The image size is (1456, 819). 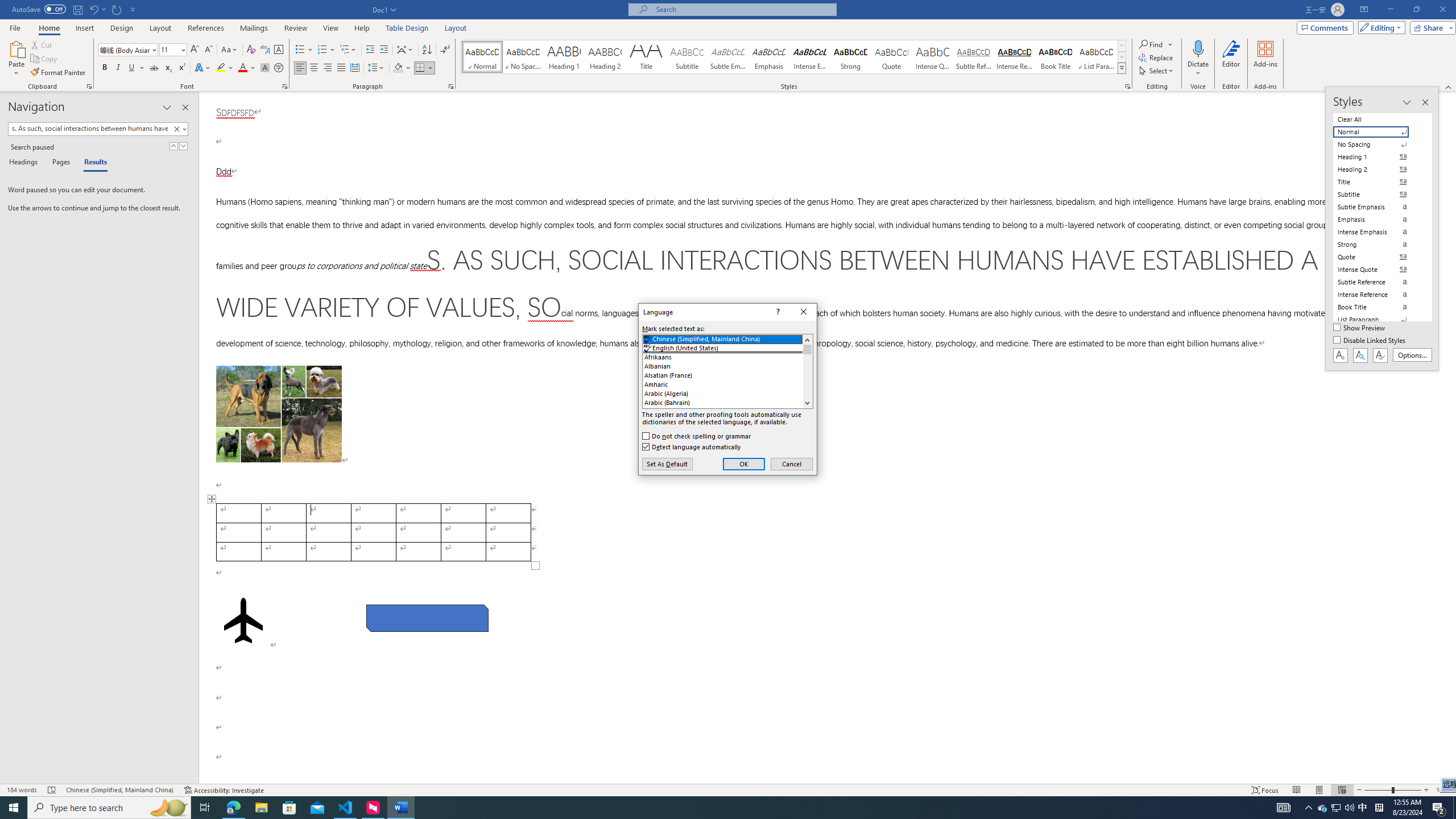 What do you see at coordinates (117, 9) in the screenshot?
I see `'Repeat Style'` at bounding box center [117, 9].